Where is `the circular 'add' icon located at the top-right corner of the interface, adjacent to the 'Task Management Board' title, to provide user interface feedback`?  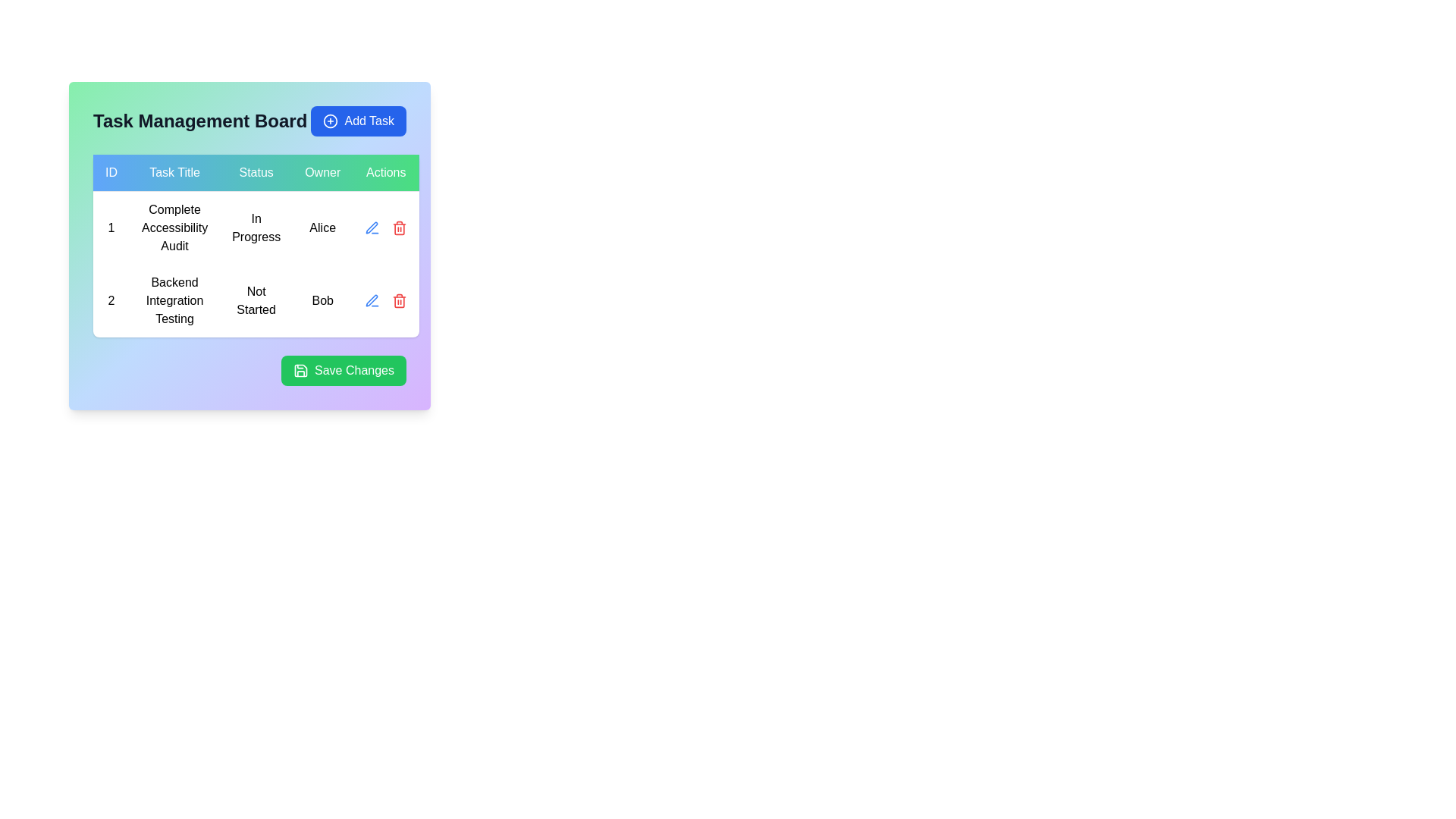
the circular 'add' icon located at the top-right corner of the interface, adjacent to the 'Task Management Board' title, to provide user interface feedback is located at coordinates (330, 120).